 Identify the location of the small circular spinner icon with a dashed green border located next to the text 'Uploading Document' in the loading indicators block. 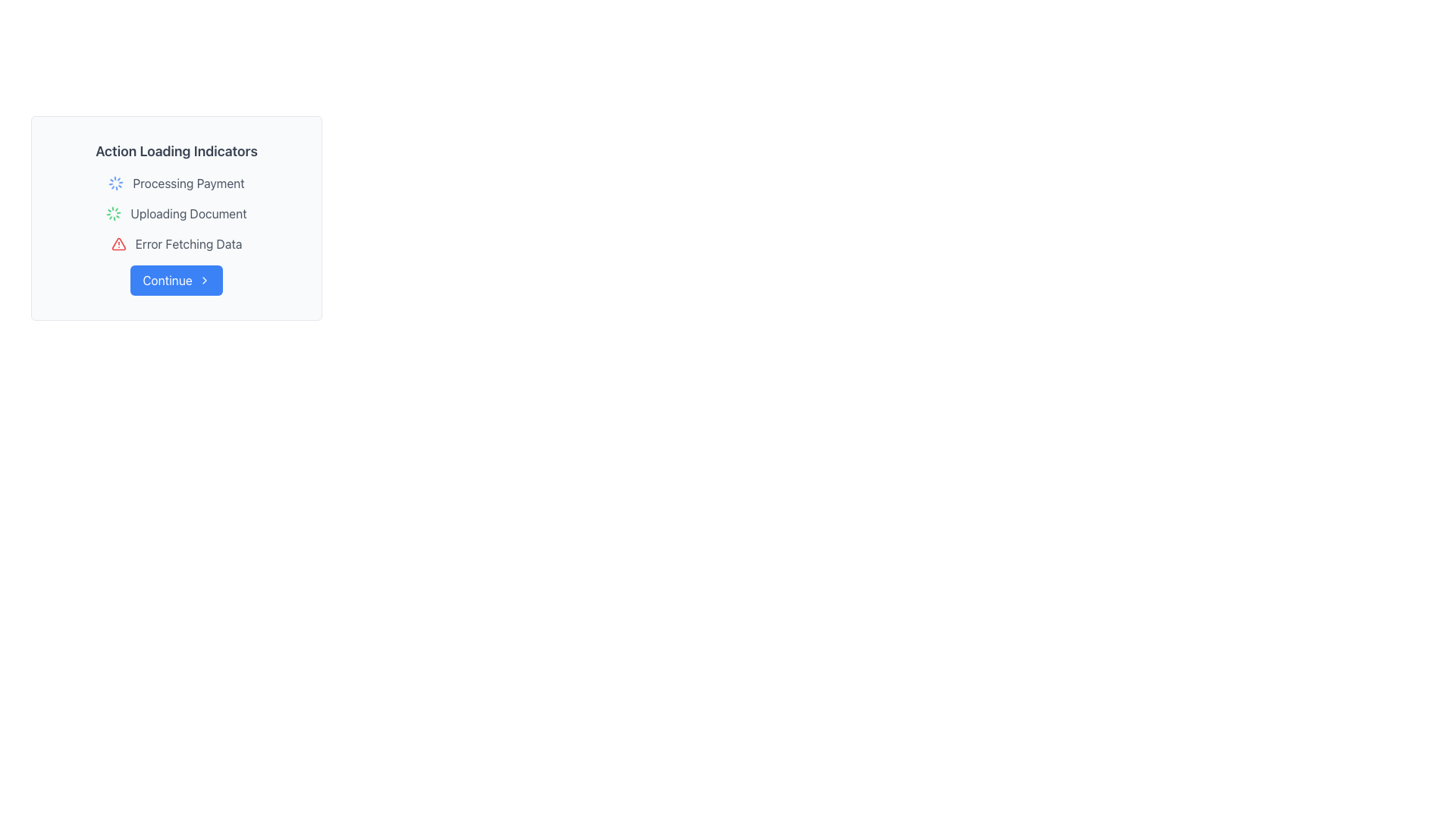
(113, 213).